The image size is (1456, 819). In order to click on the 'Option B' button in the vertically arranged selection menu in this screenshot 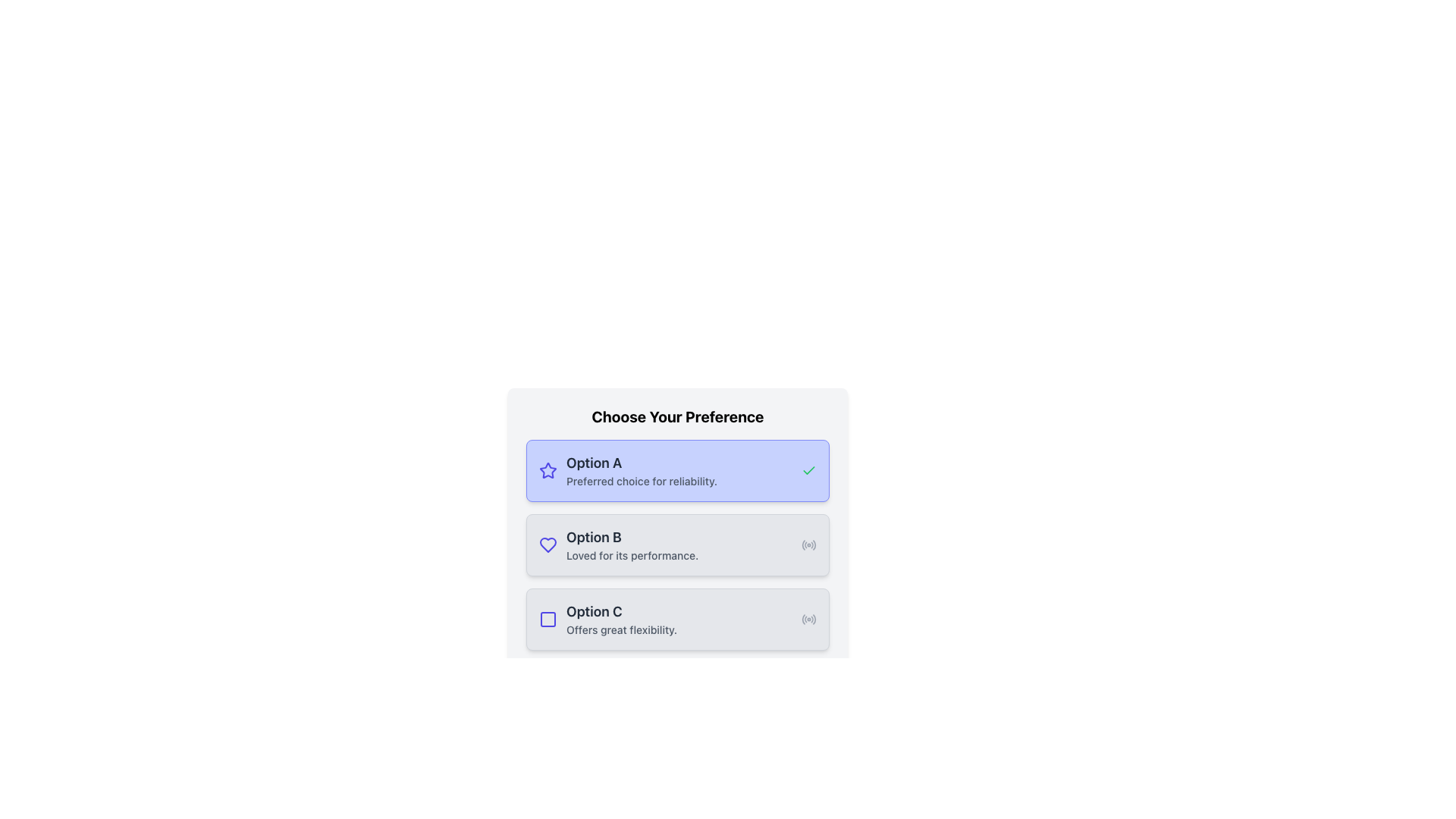, I will do `click(676, 543)`.